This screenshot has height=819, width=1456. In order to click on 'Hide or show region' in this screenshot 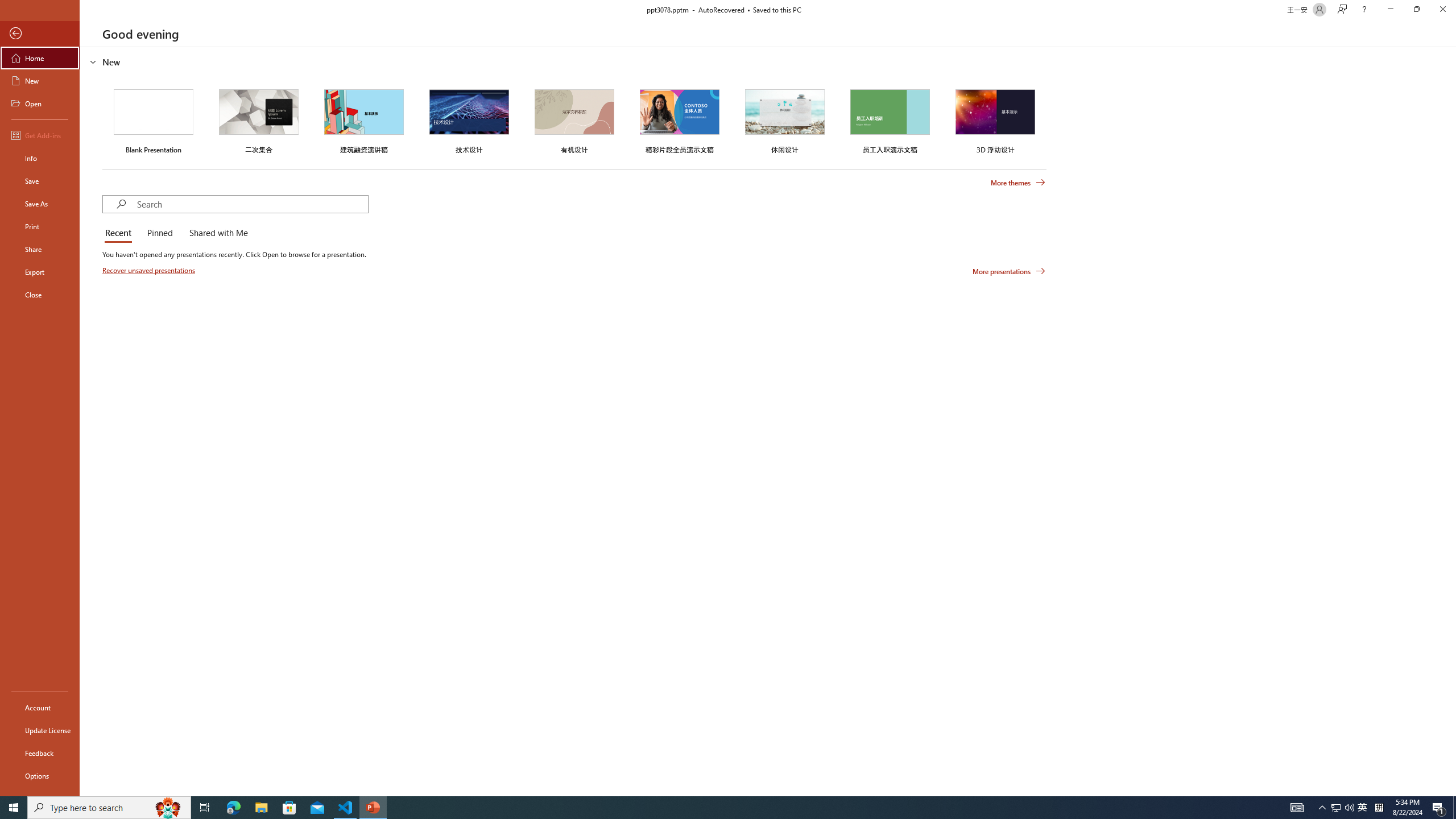, I will do `click(93, 61)`.